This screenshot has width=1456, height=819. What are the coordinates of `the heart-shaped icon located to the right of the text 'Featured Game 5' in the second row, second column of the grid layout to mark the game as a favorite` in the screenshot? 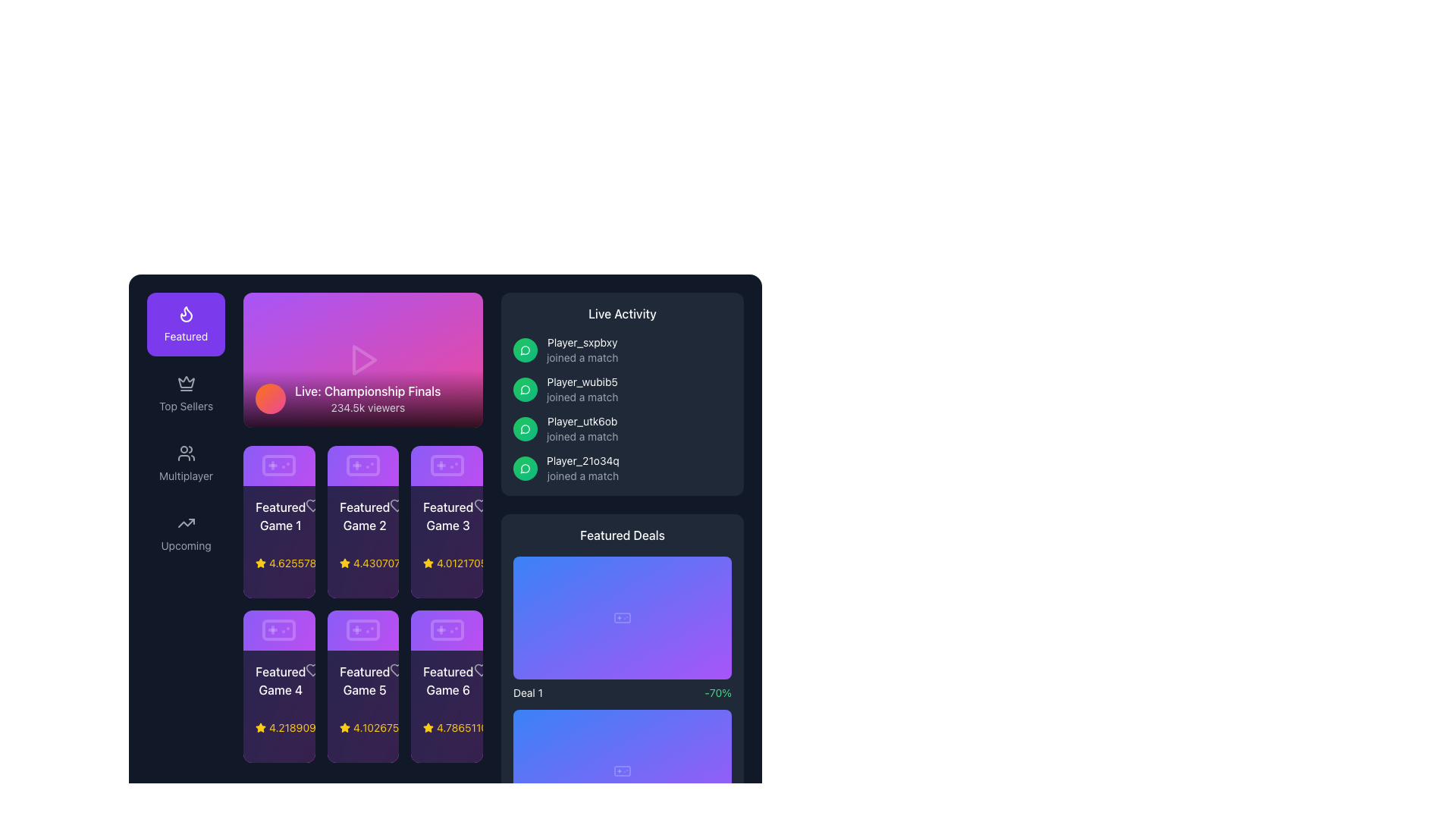 It's located at (397, 669).